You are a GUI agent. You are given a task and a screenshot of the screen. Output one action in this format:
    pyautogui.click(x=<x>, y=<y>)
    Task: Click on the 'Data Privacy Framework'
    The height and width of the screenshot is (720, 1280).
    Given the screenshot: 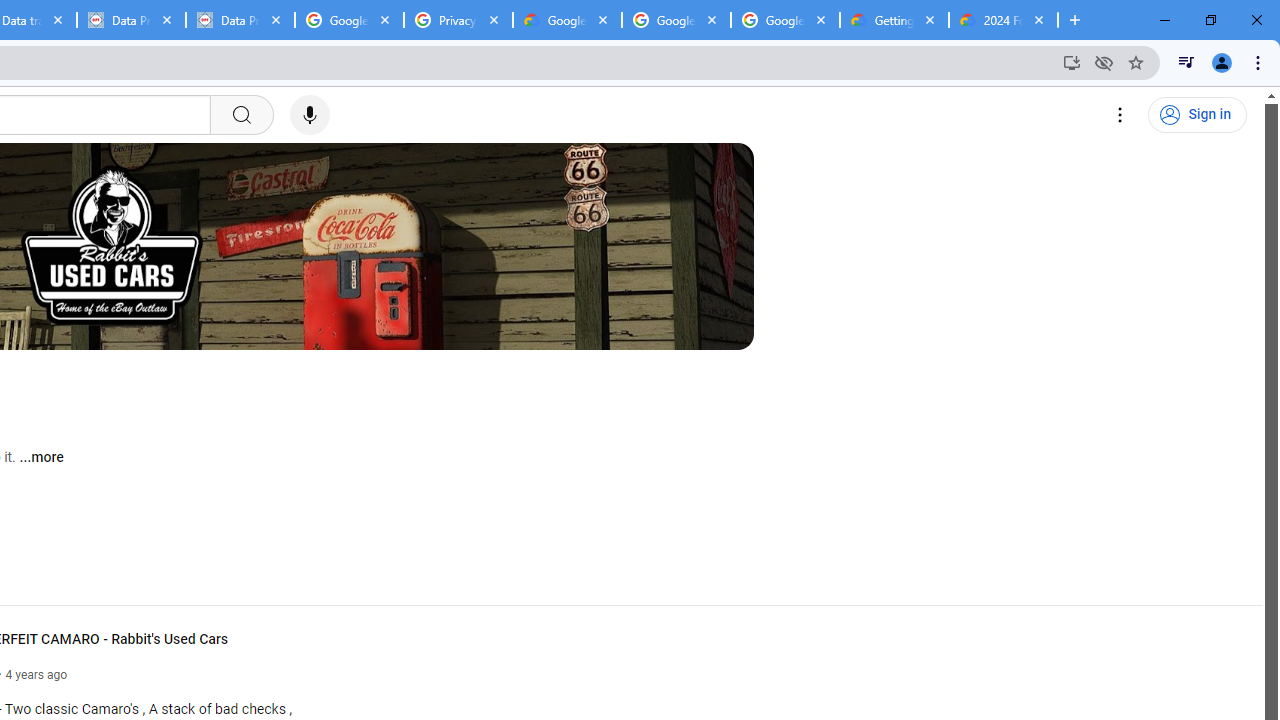 What is the action you would take?
    pyautogui.click(x=240, y=20)
    